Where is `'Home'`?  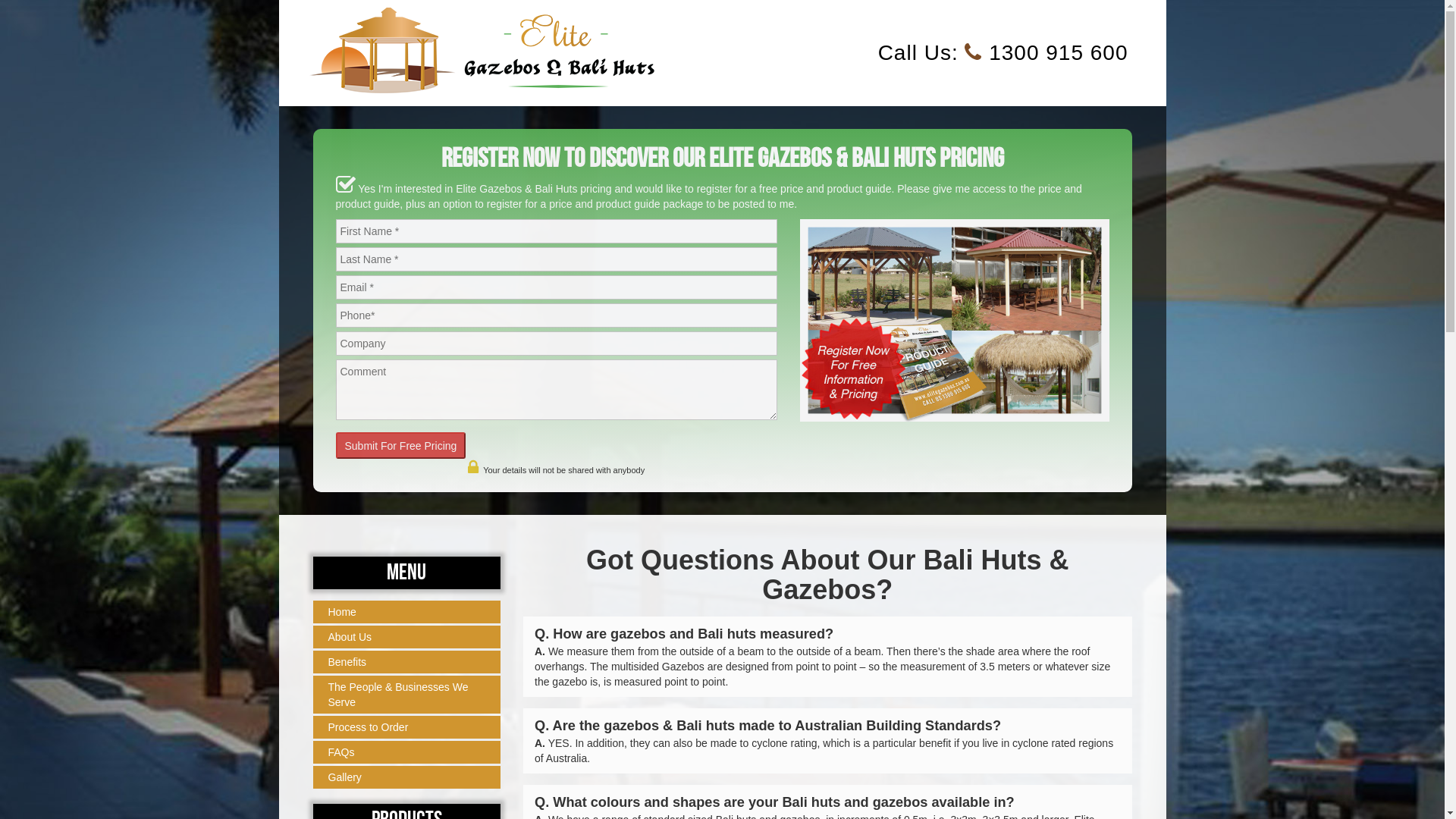 'Home' is located at coordinates (406, 610).